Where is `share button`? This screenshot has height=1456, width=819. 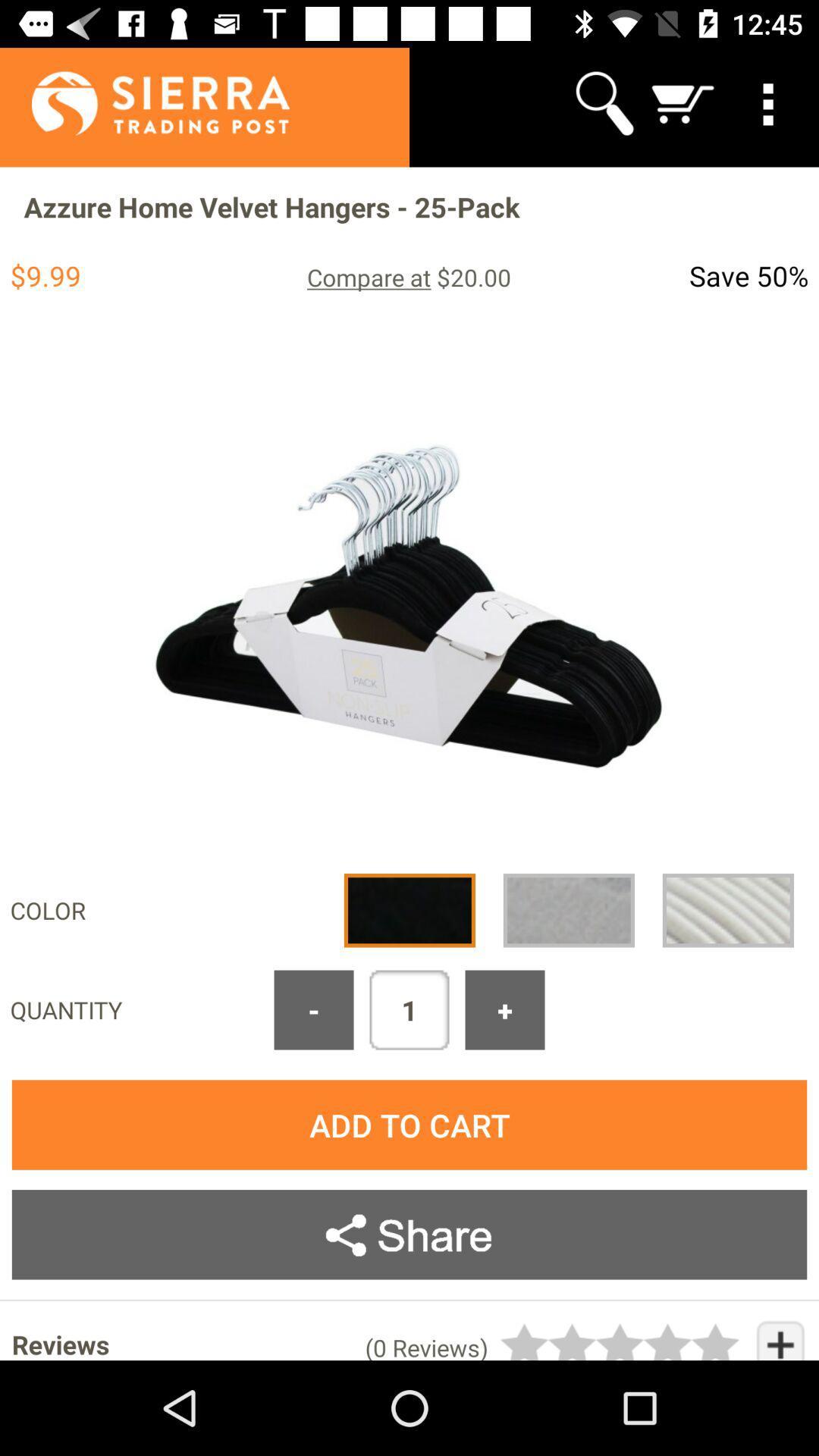 share button is located at coordinates (409, 1235).